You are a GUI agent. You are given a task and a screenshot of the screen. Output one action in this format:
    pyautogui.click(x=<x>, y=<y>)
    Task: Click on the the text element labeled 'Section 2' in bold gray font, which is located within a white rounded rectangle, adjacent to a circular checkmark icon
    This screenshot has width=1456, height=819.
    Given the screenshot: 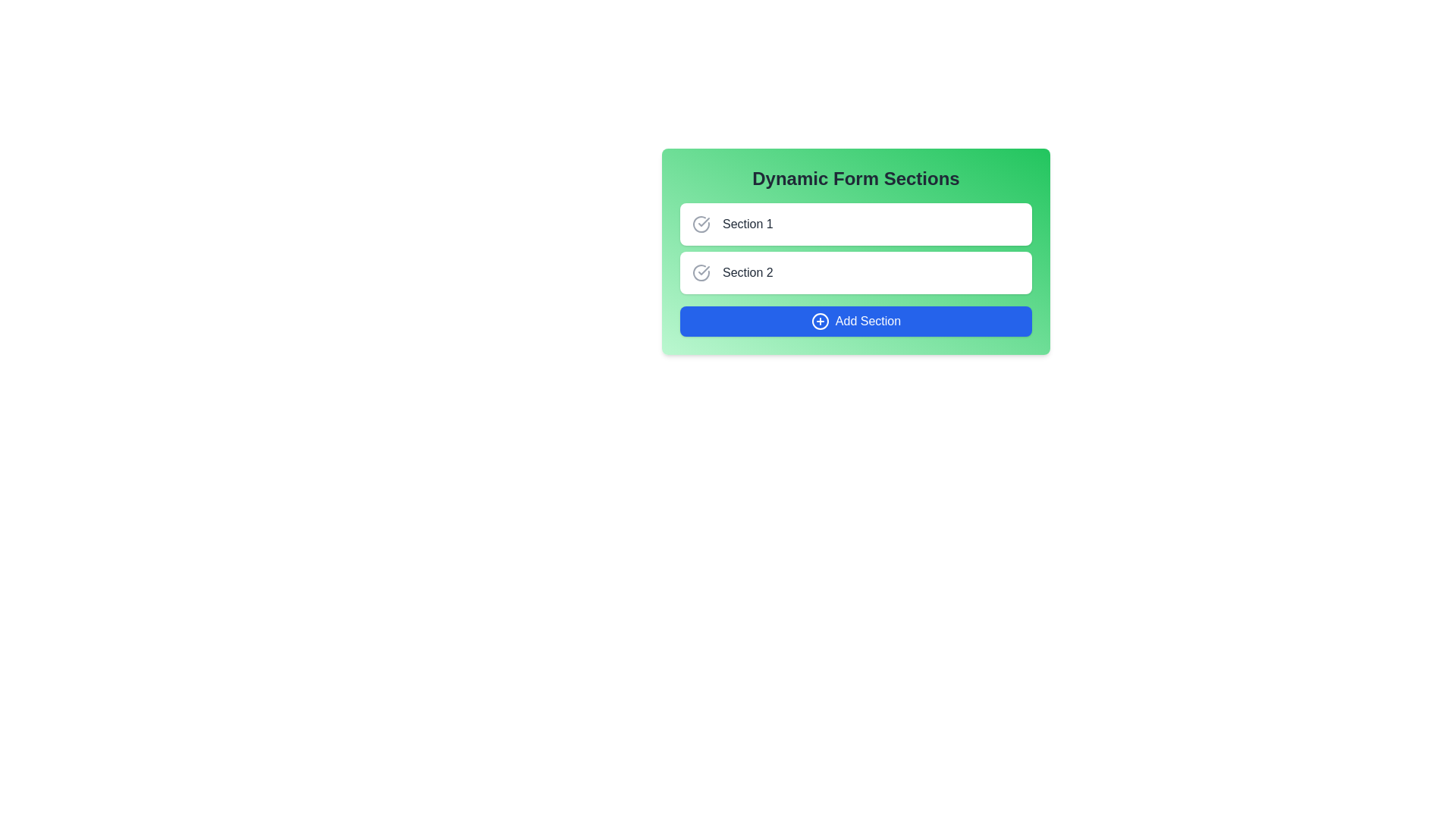 What is the action you would take?
    pyautogui.click(x=748, y=271)
    